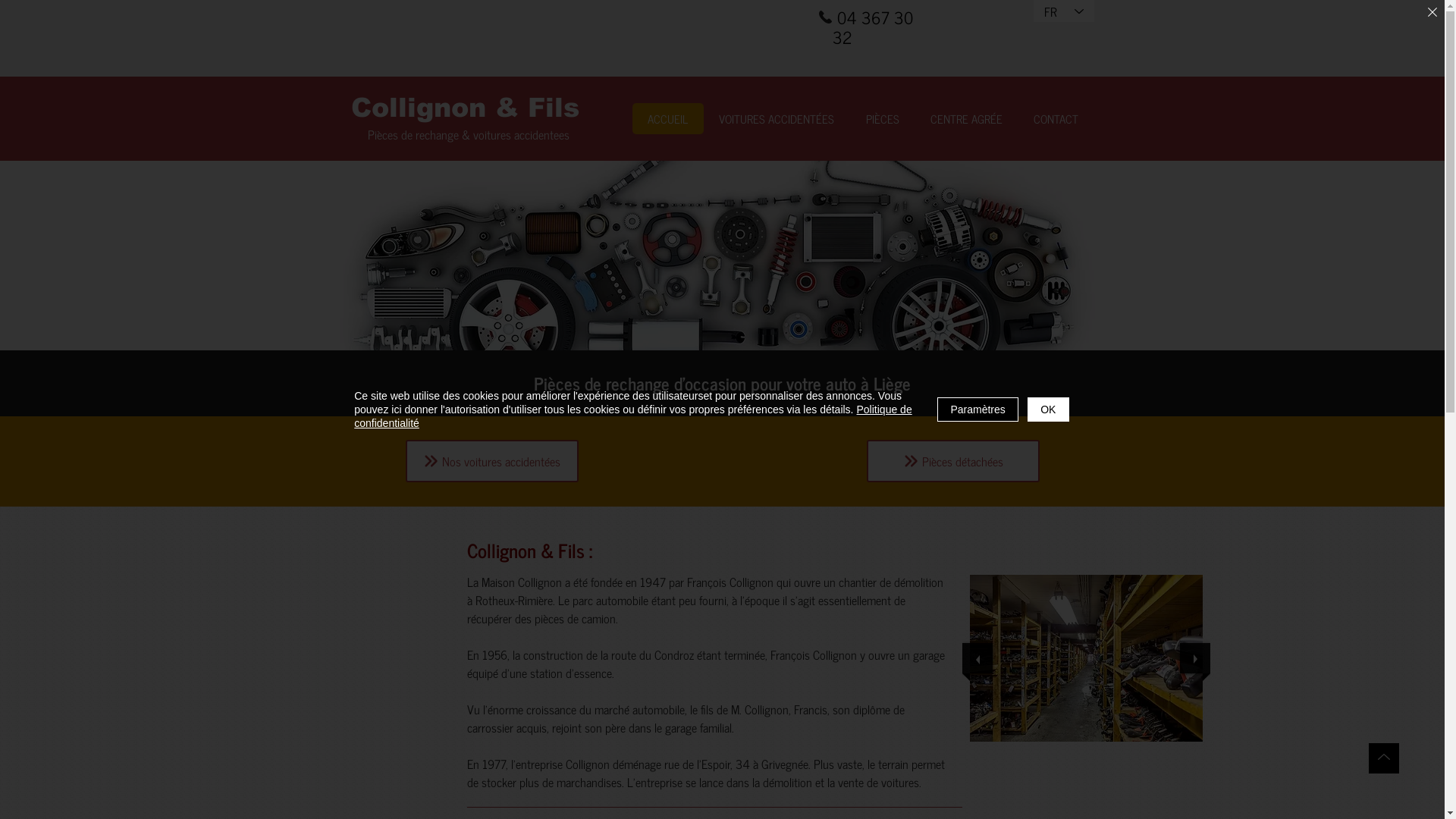 This screenshot has height=819, width=1456. Describe the element at coordinates (873, 27) in the screenshot. I see `' 04 367 30 32'` at that location.